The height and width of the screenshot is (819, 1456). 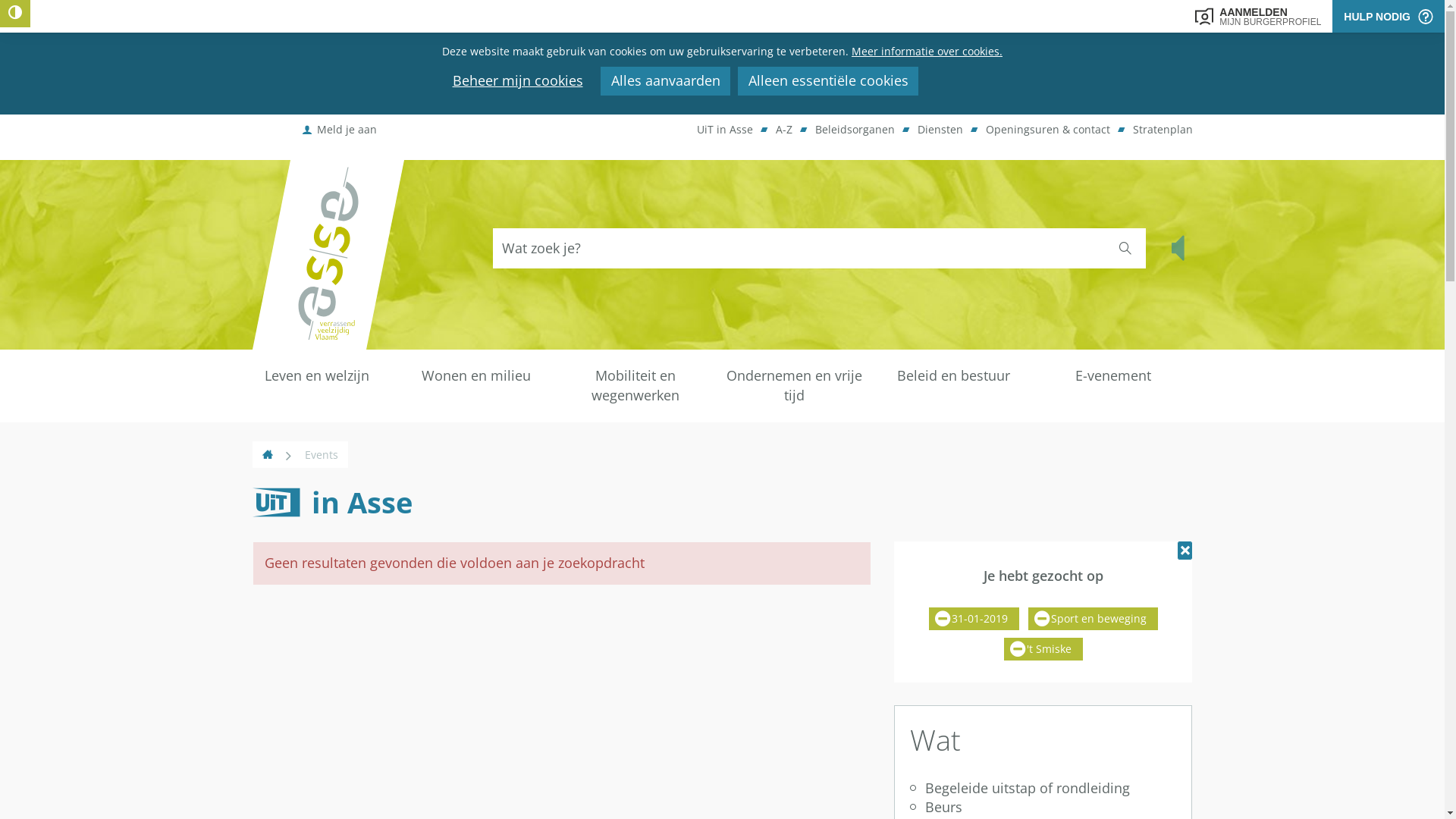 What do you see at coordinates (1178, 247) in the screenshot?
I see `'Laat de tekst voorlezen met ReadSpeaker'` at bounding box center [1178, 247].